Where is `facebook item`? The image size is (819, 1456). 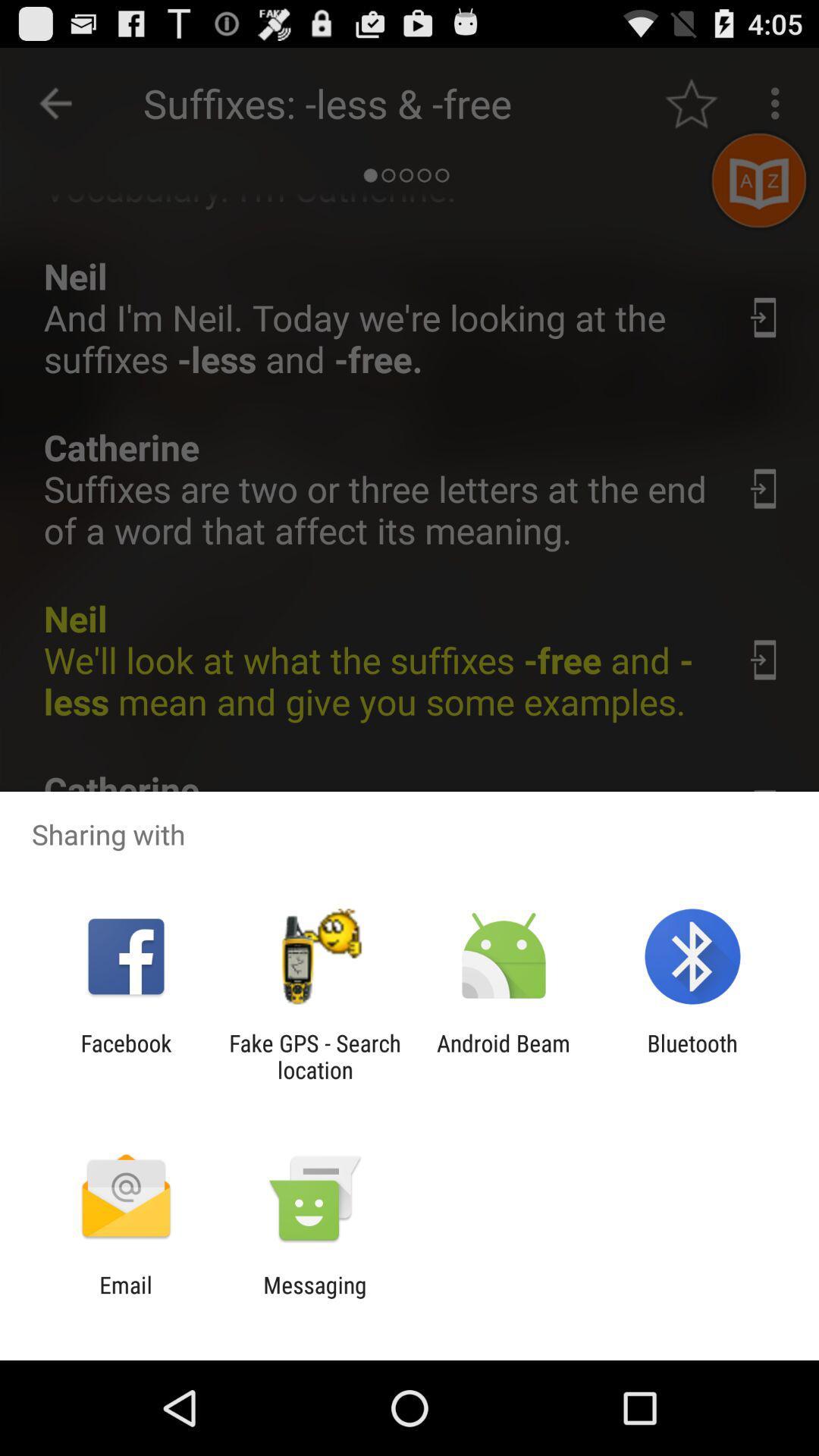
facebook item is located at coordinates (125, 1056).